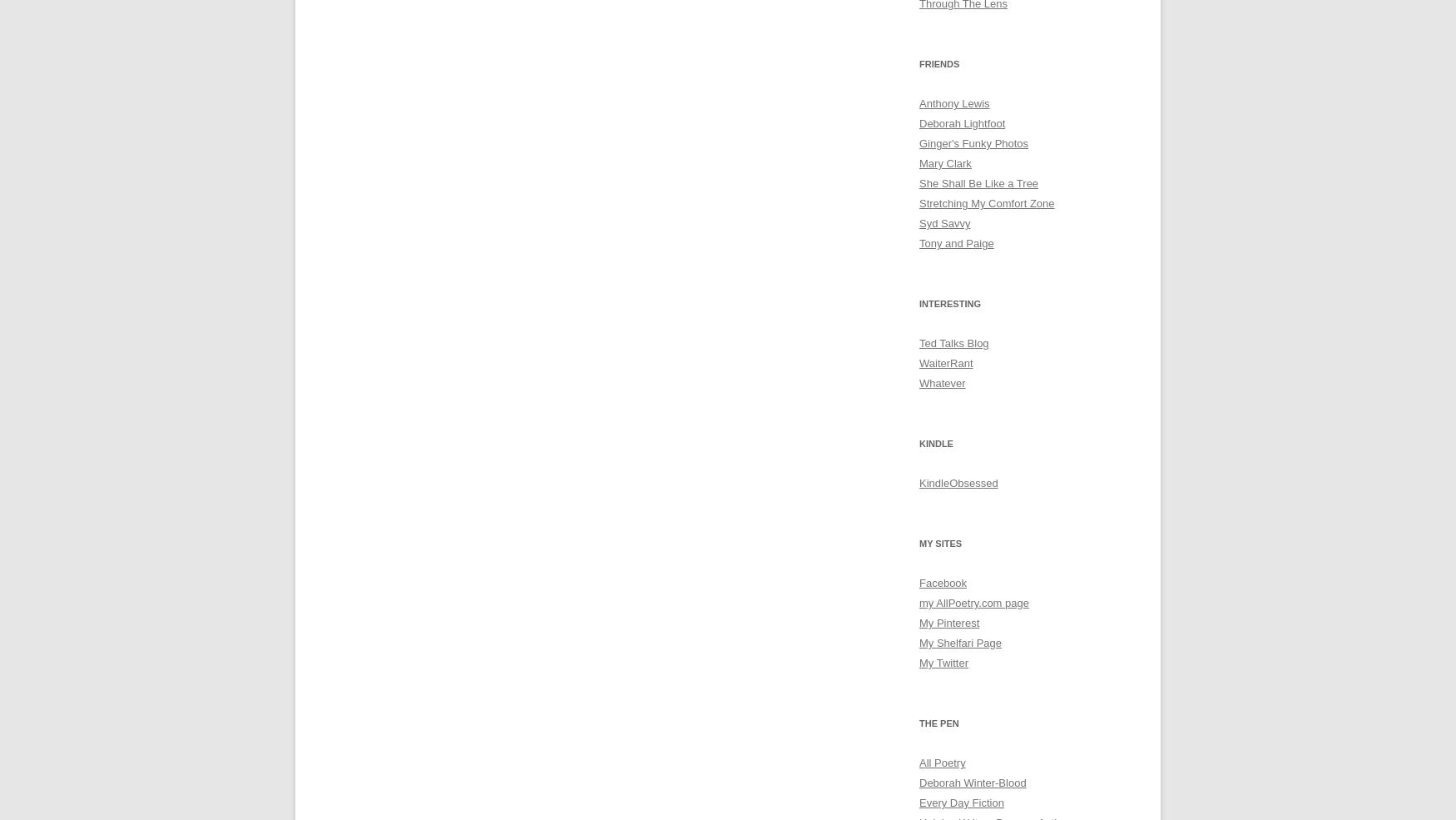 The image size is (1456, 820). What do you see at coordinates (941, 763) in the screenshot?
I see `'All Poetry'` at bounding box center [941, 763].